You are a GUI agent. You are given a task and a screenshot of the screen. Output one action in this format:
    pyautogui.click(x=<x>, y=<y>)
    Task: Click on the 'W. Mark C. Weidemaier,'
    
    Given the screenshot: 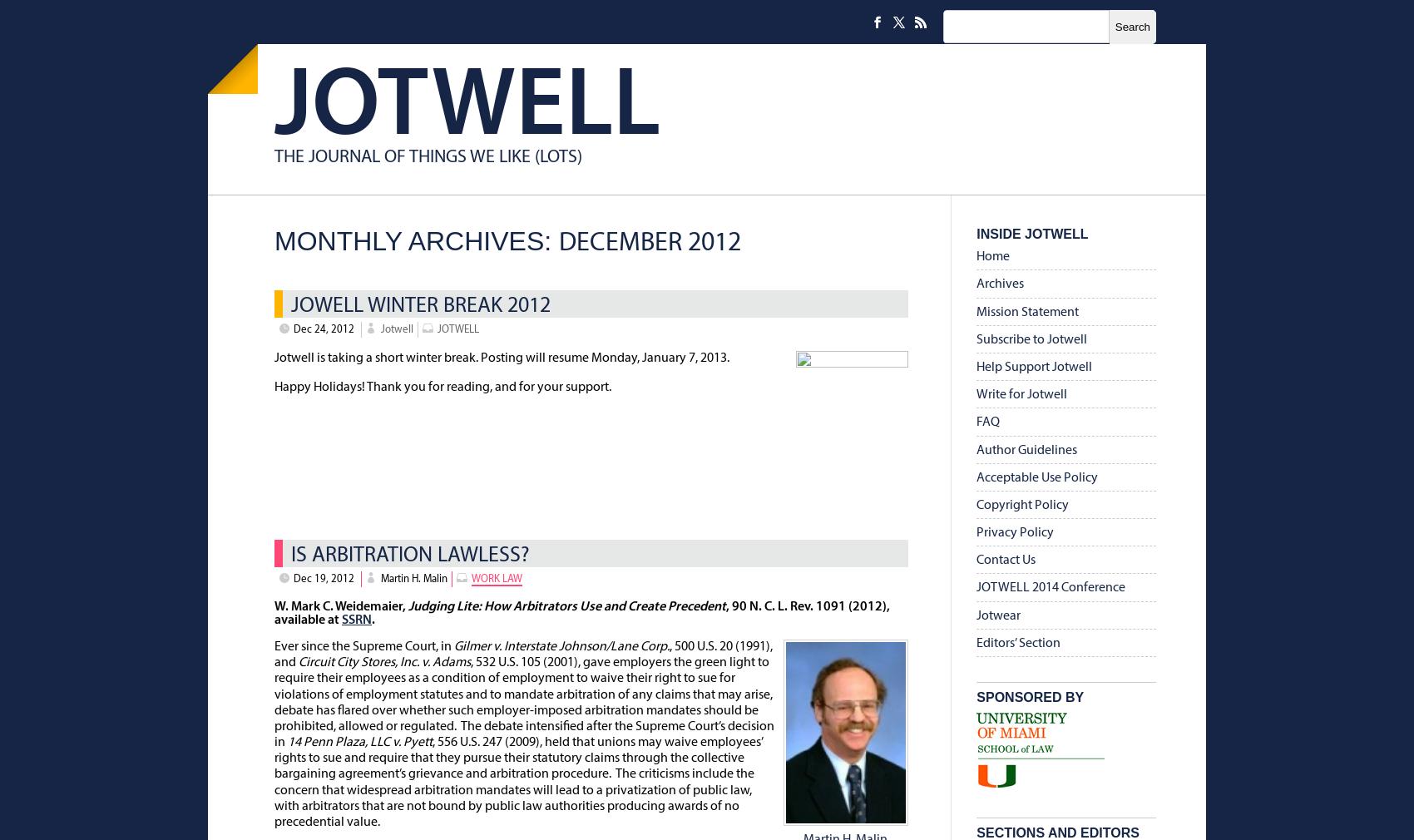 What is the action you would take?
    pyautogui.click(x=340, y=605)
    